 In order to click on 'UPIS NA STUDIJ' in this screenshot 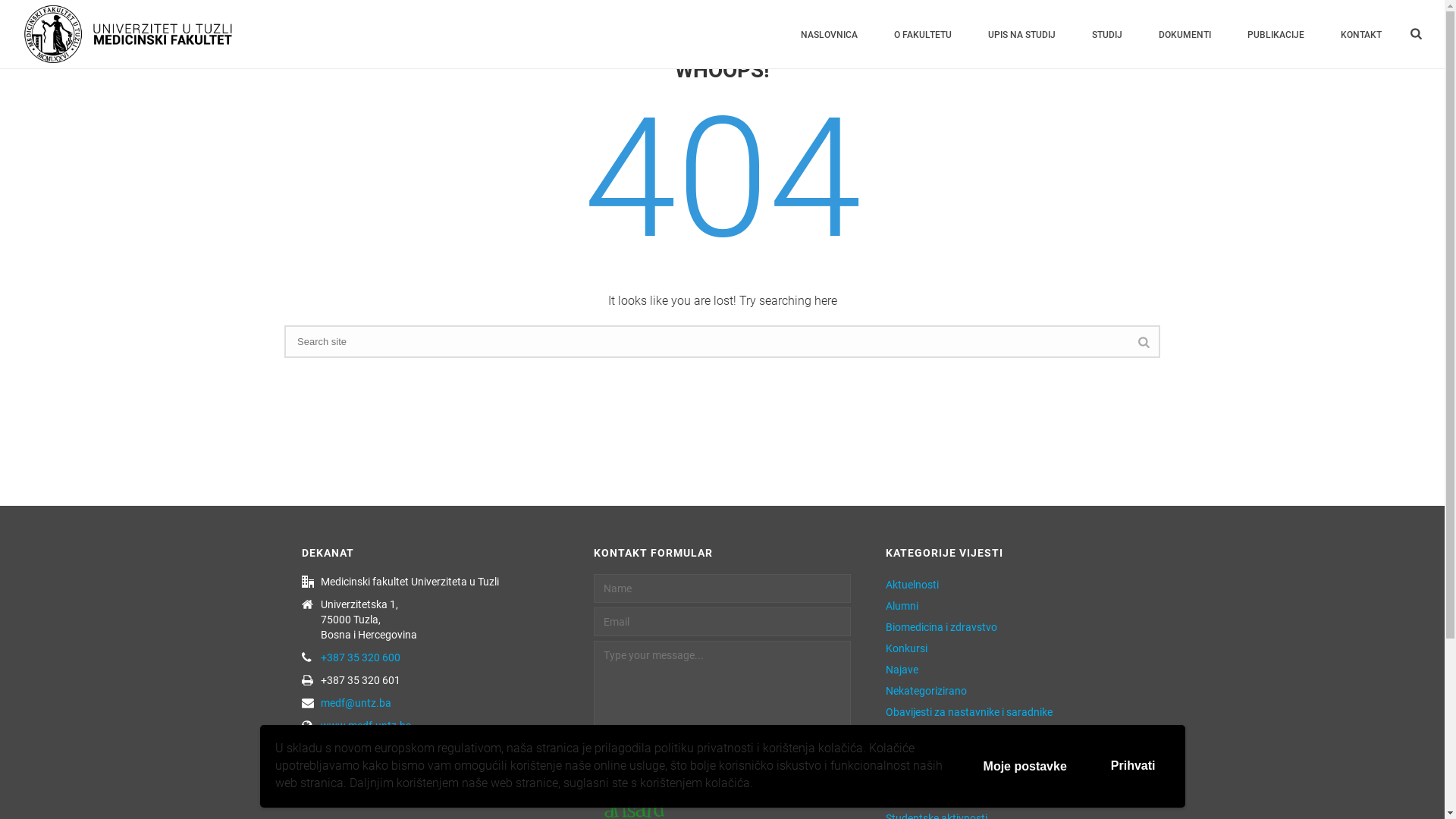, I will do `click(1021, 34)`.